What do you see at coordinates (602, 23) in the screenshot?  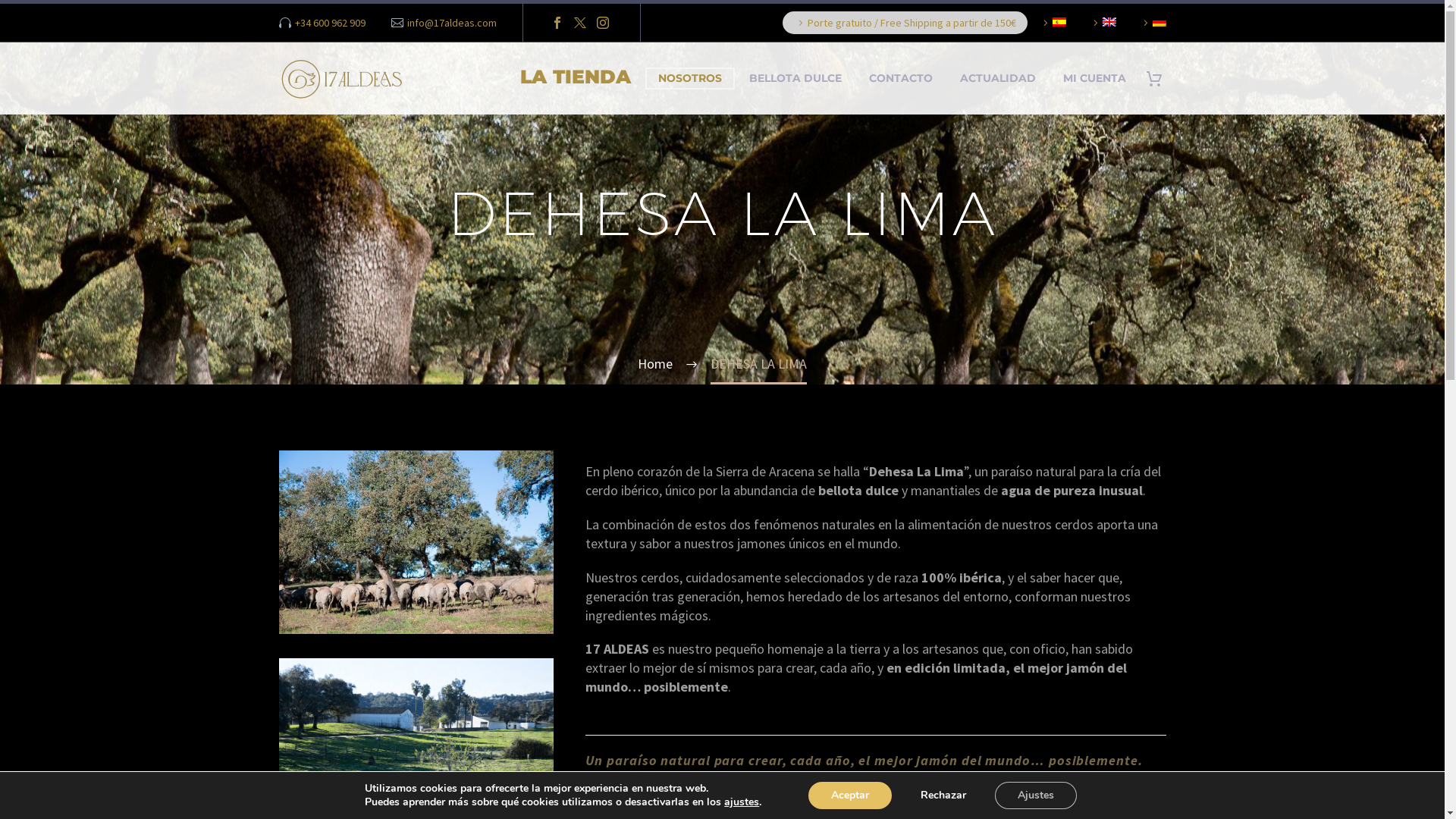 I see `'Instagram'` at bounding box center [602, 23].